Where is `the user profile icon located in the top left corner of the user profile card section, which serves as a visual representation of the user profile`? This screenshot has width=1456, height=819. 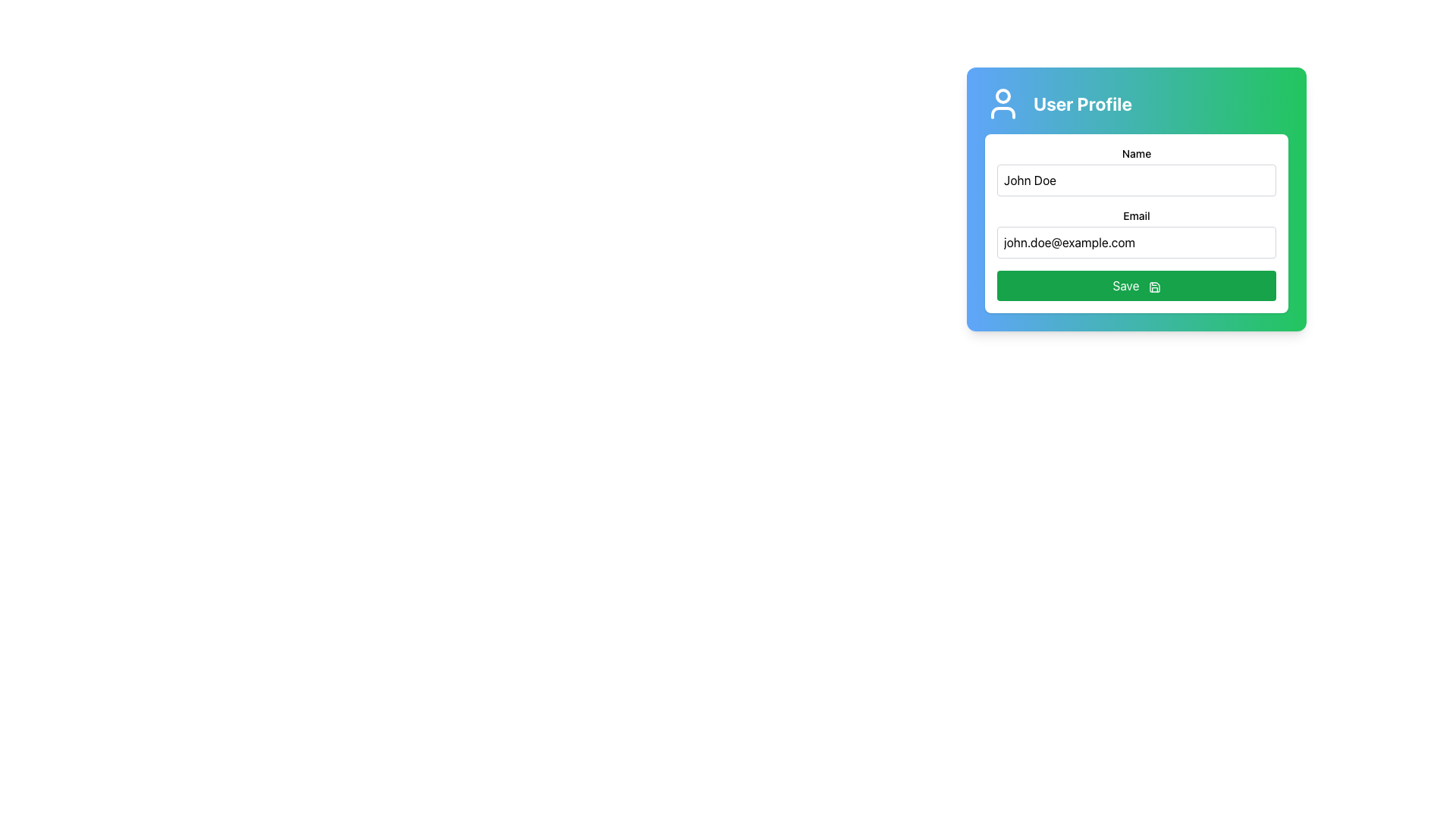 the user profile icon located in the top left corner of the user profile card section, which serves as a visual representation of the user profile is located at coordinates (1003, 103).